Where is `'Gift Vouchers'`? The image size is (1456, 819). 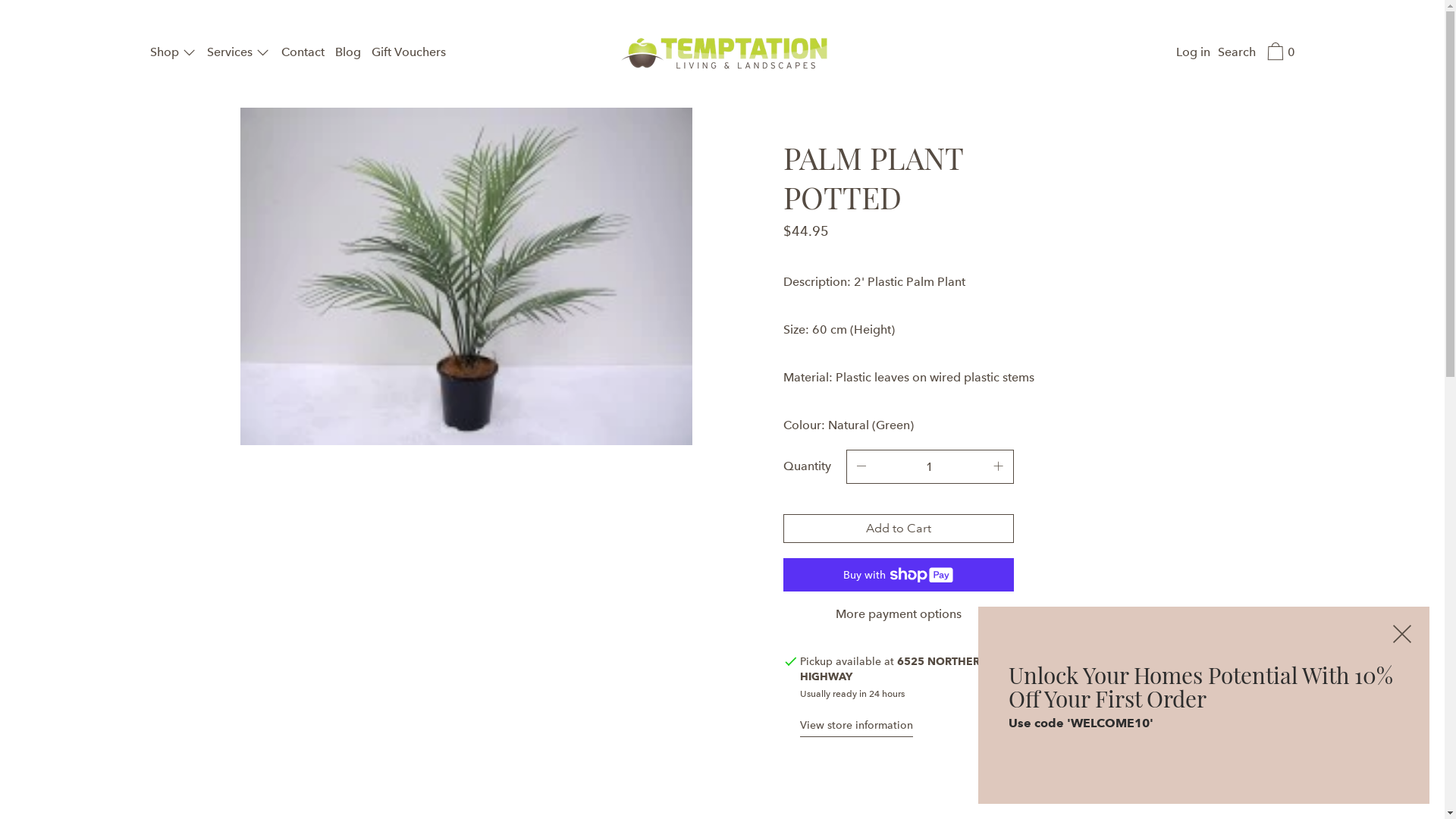
'Gift Vouchers' is located at coordinates (408, 52).